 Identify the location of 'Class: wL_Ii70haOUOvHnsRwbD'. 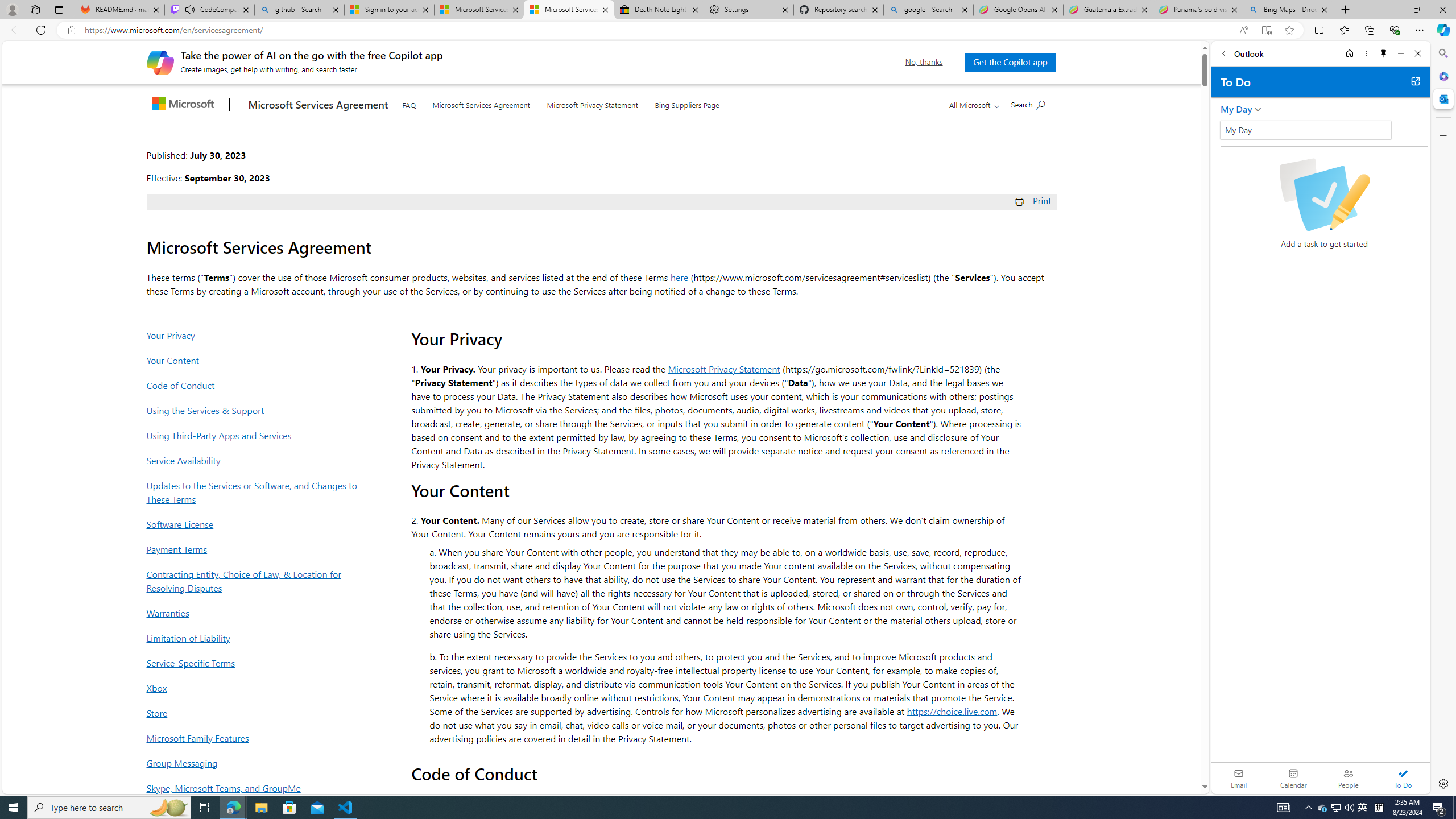
(1305, 129).